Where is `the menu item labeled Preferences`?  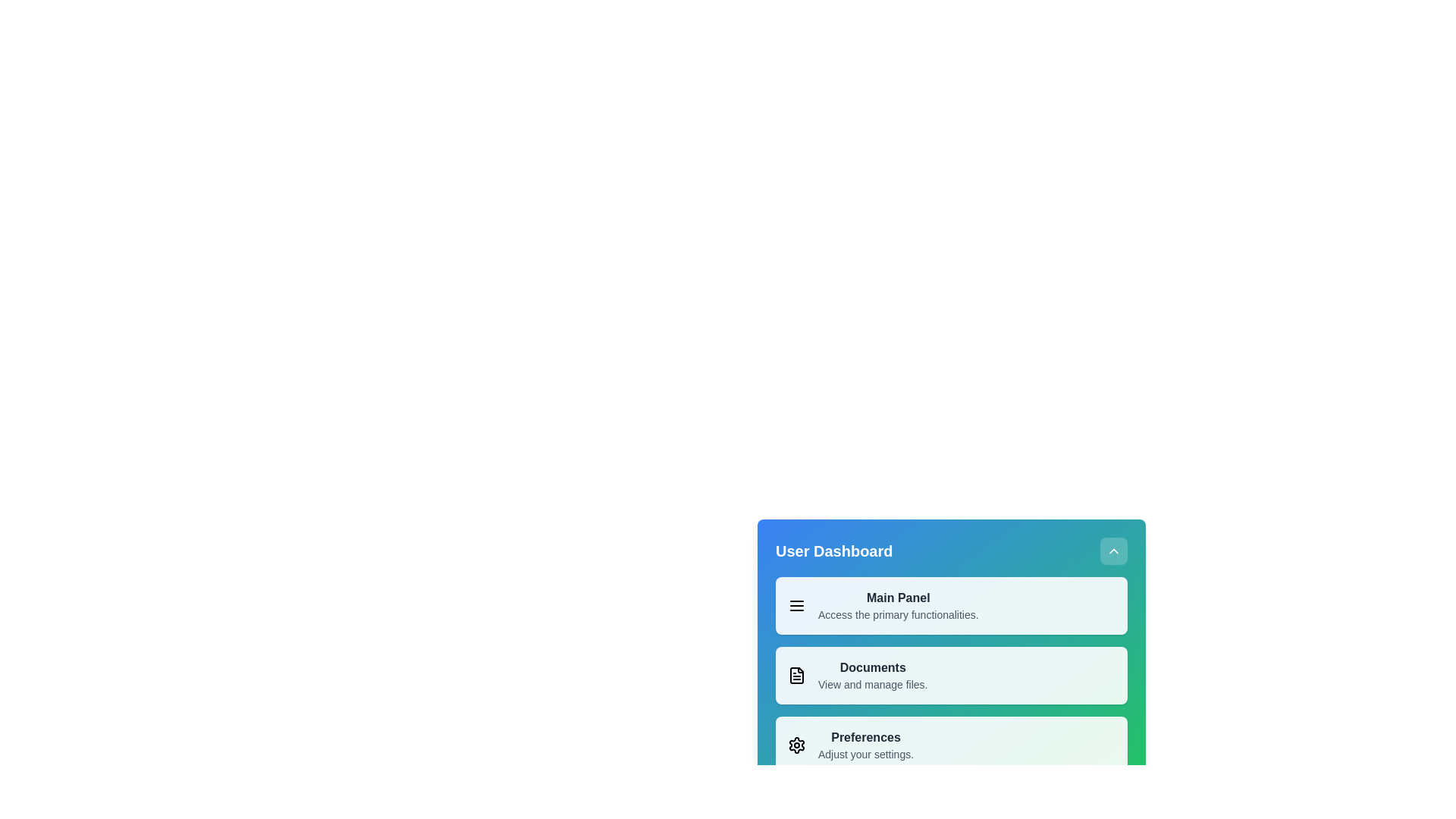
the menu item labeled Preferences is located at coordinates (950, 745).